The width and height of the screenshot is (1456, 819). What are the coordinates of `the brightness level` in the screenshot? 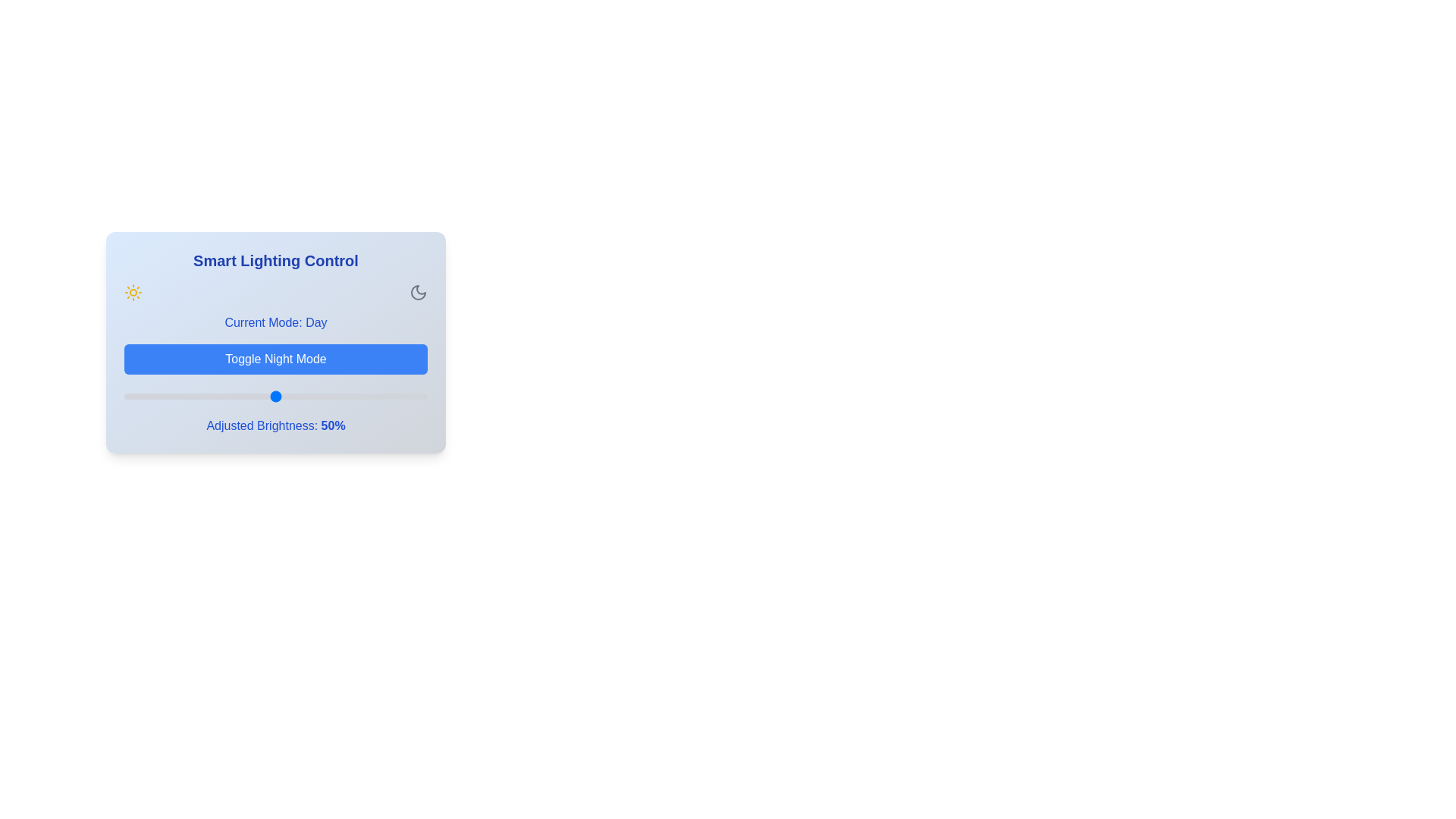 It's located at (397, 396).